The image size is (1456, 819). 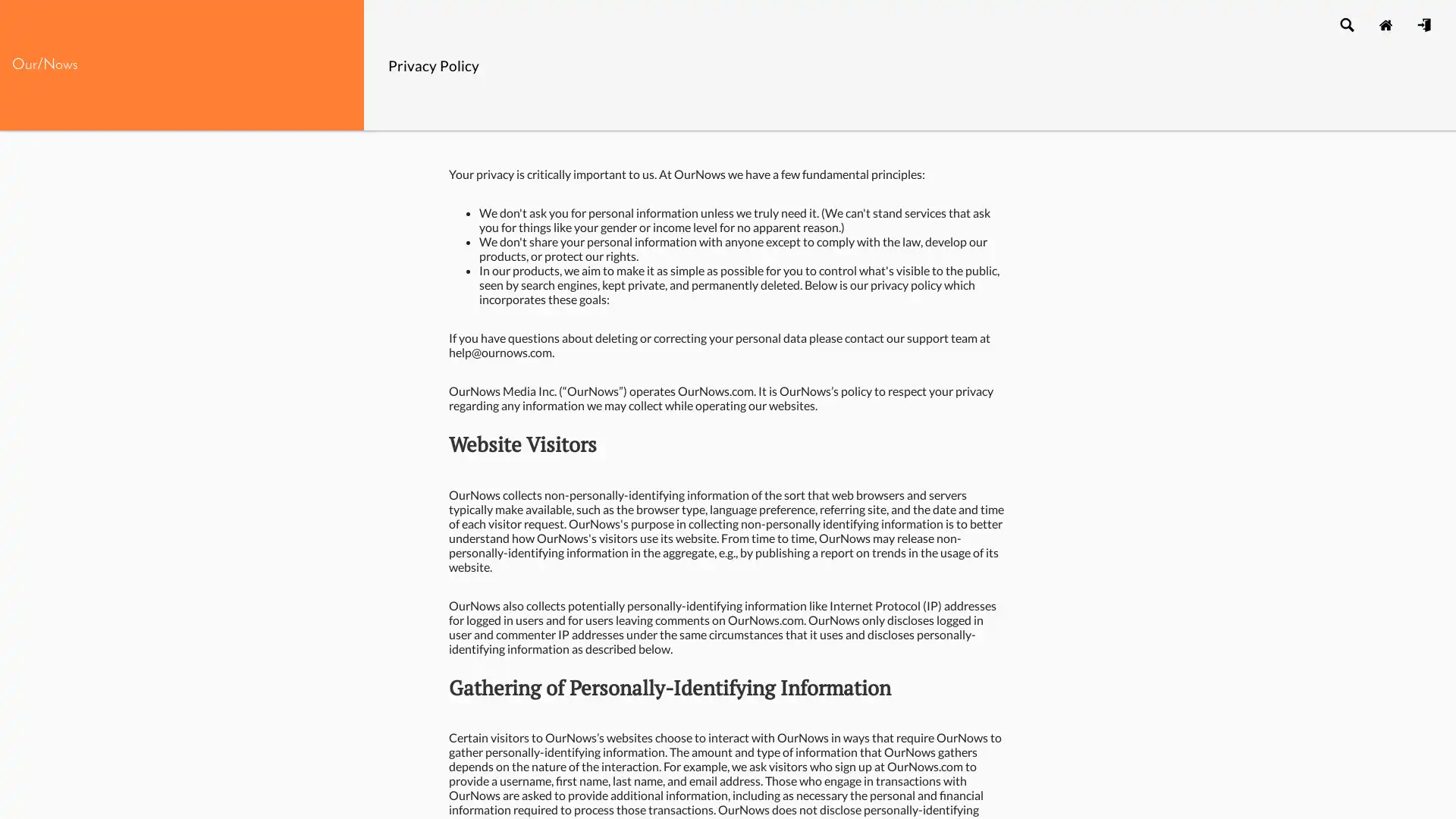 I want to click on Search, so click(x=1346, y=24).